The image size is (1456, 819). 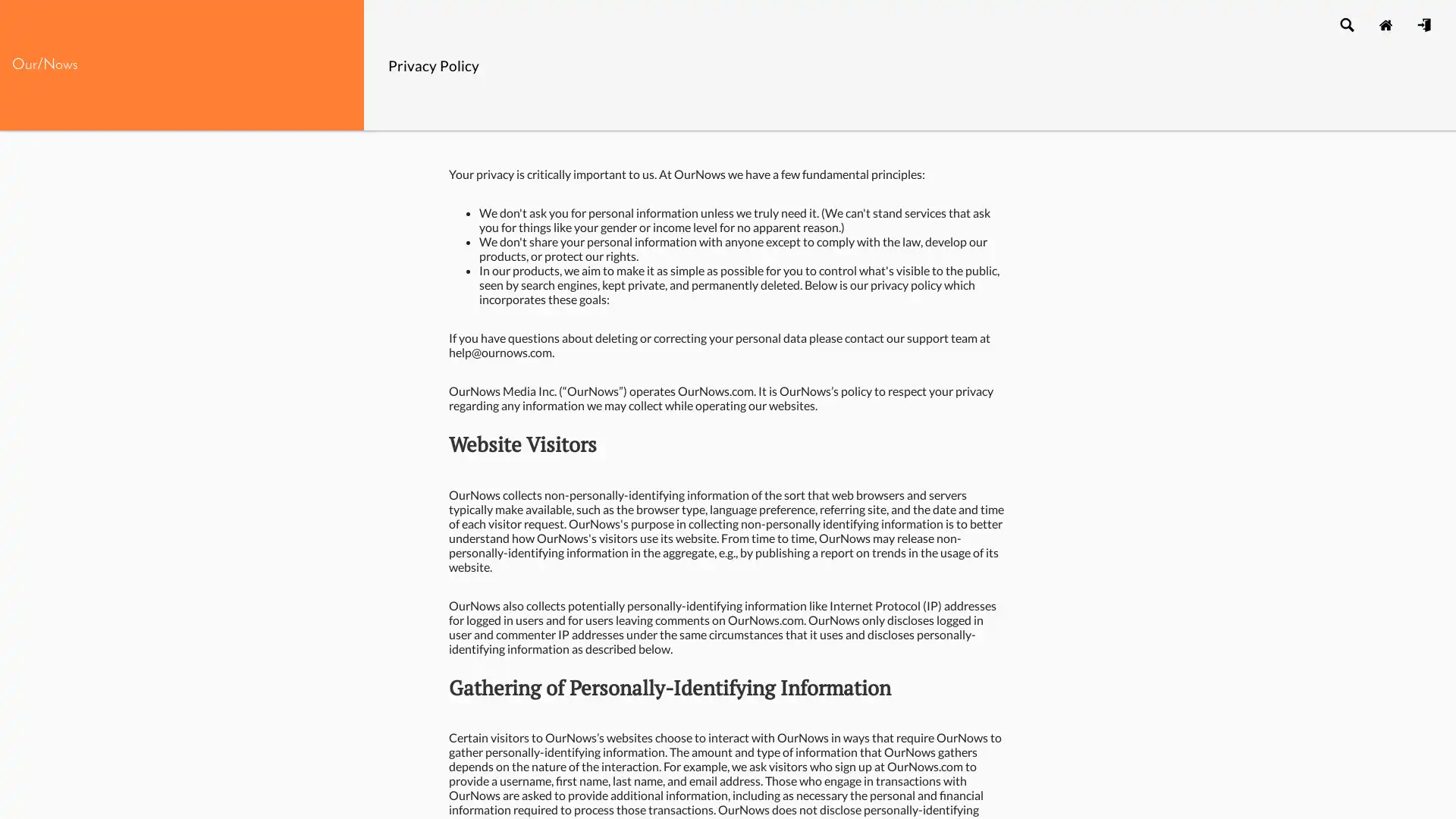 I want to click on Search, so click(x=1346, y=24).